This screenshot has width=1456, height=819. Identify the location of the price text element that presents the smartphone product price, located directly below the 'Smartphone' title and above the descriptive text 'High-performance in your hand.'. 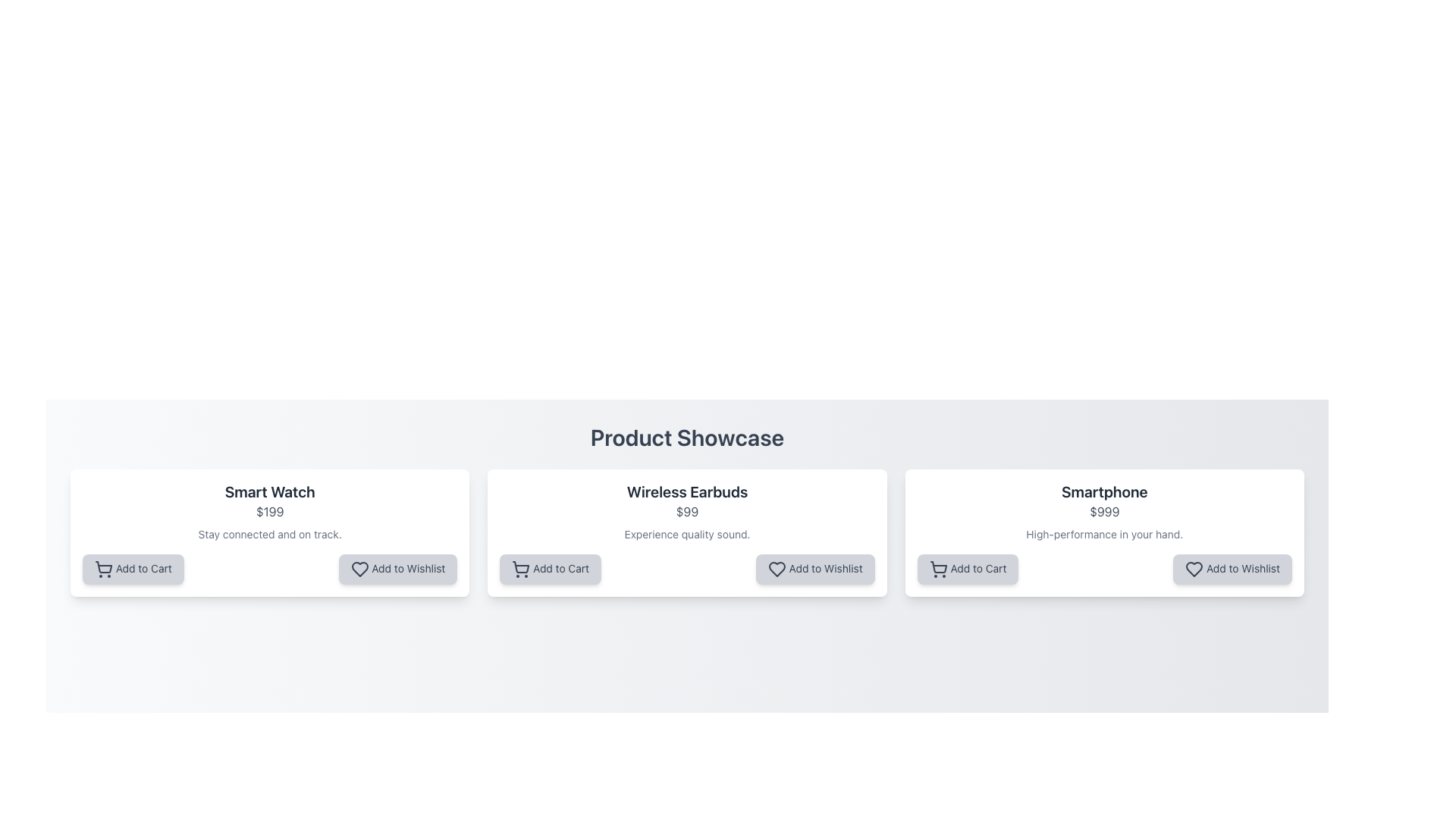
(1104, 512).